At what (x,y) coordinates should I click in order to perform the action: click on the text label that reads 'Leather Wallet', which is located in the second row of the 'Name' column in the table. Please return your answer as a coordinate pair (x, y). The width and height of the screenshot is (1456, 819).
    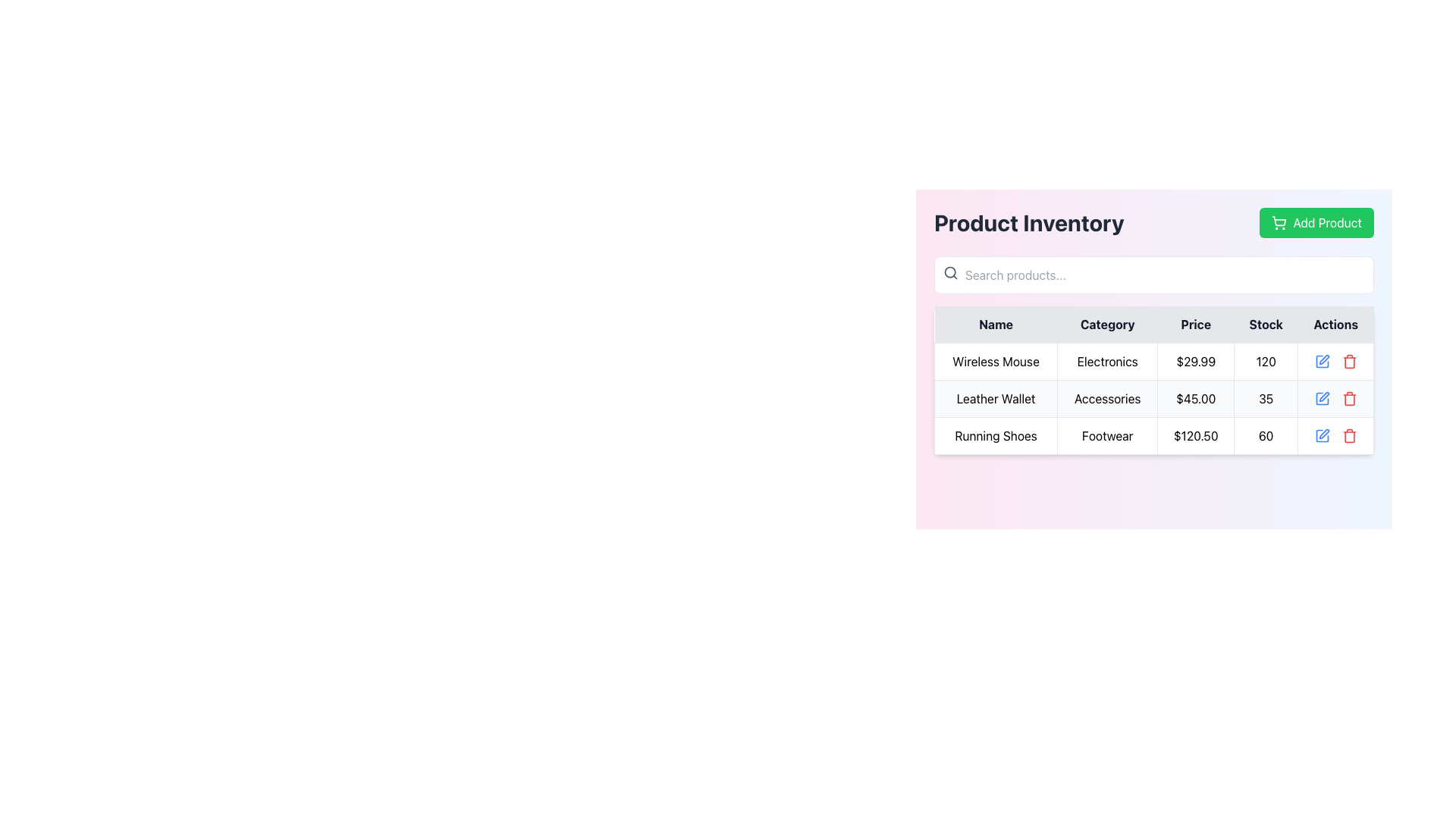
    Looking at the image, I should click on (996, 397).